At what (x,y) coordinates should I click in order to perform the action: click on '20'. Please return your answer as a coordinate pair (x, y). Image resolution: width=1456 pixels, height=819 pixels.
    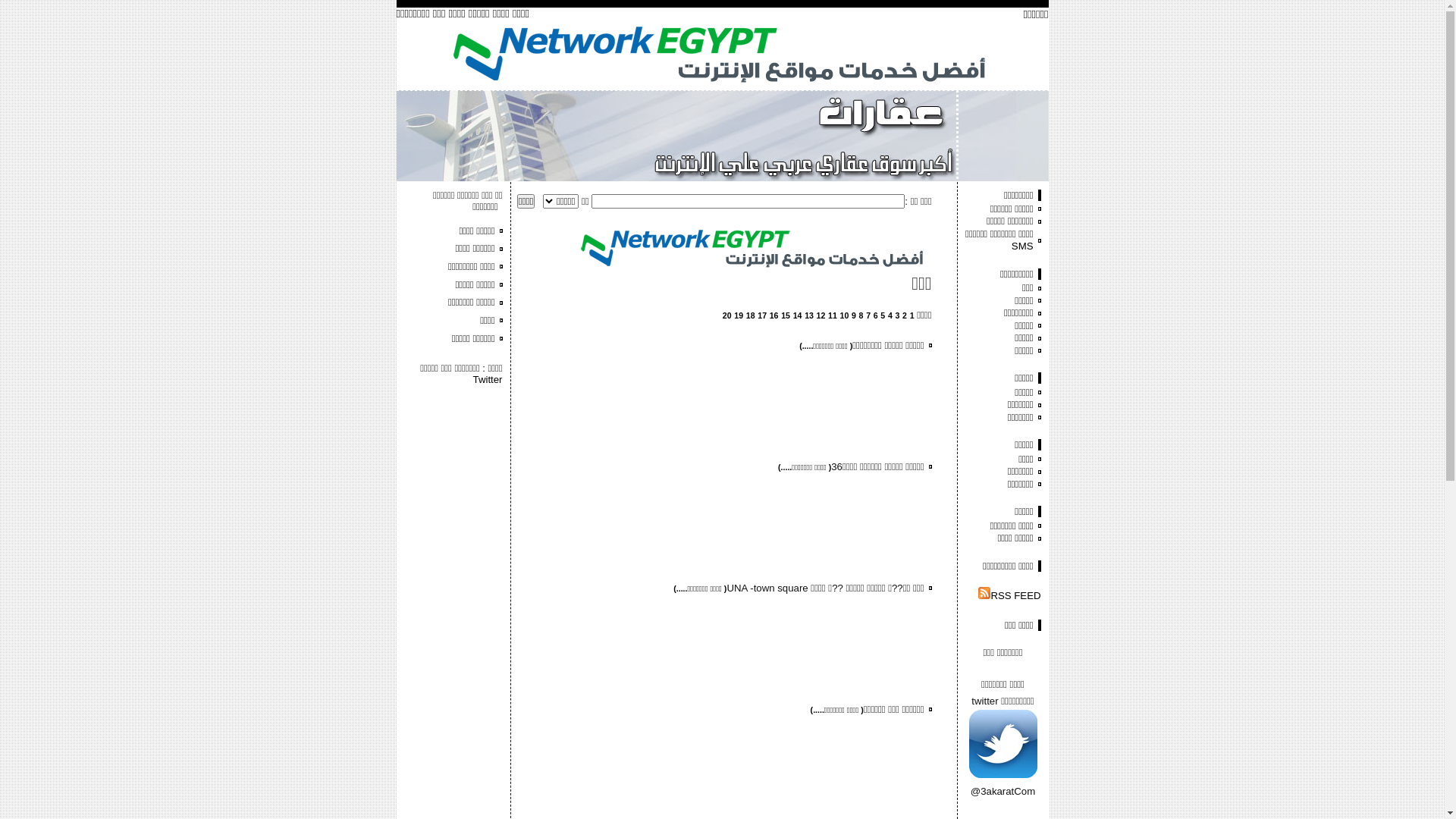
    Looking at the image, I should click on (722, 315).